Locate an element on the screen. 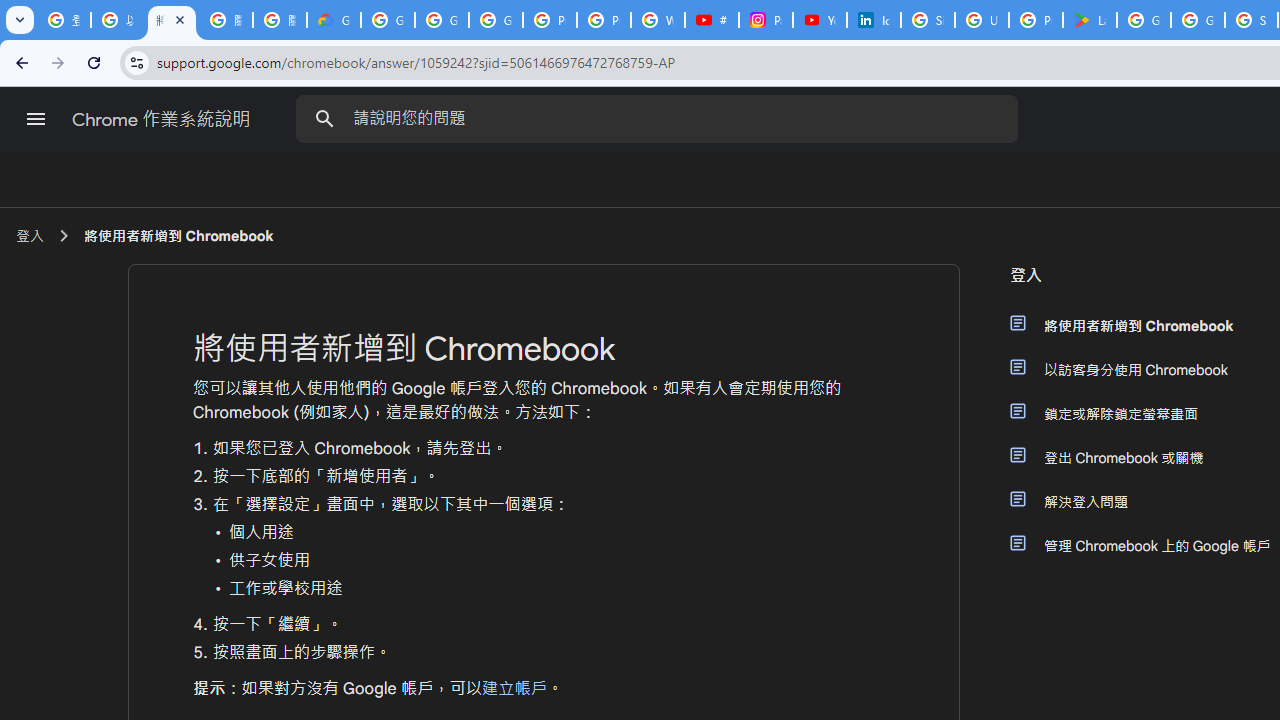  'Close' is located at coordinates (180, 19).